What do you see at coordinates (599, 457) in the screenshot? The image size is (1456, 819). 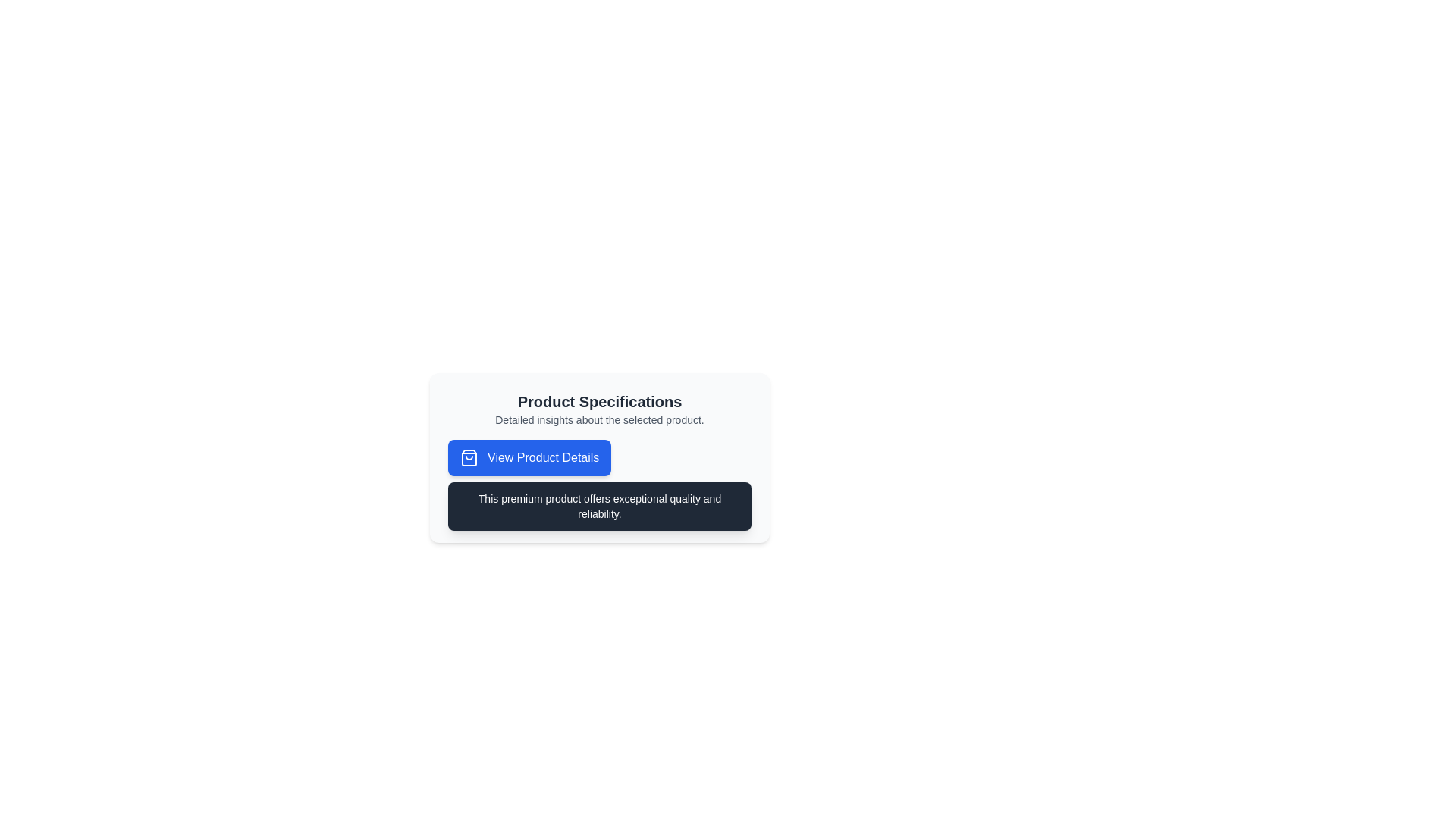 I see `the 'View Product Details' button located within the Informative content block that displays 'Product Specifications'` at bounding box center [599, 457].